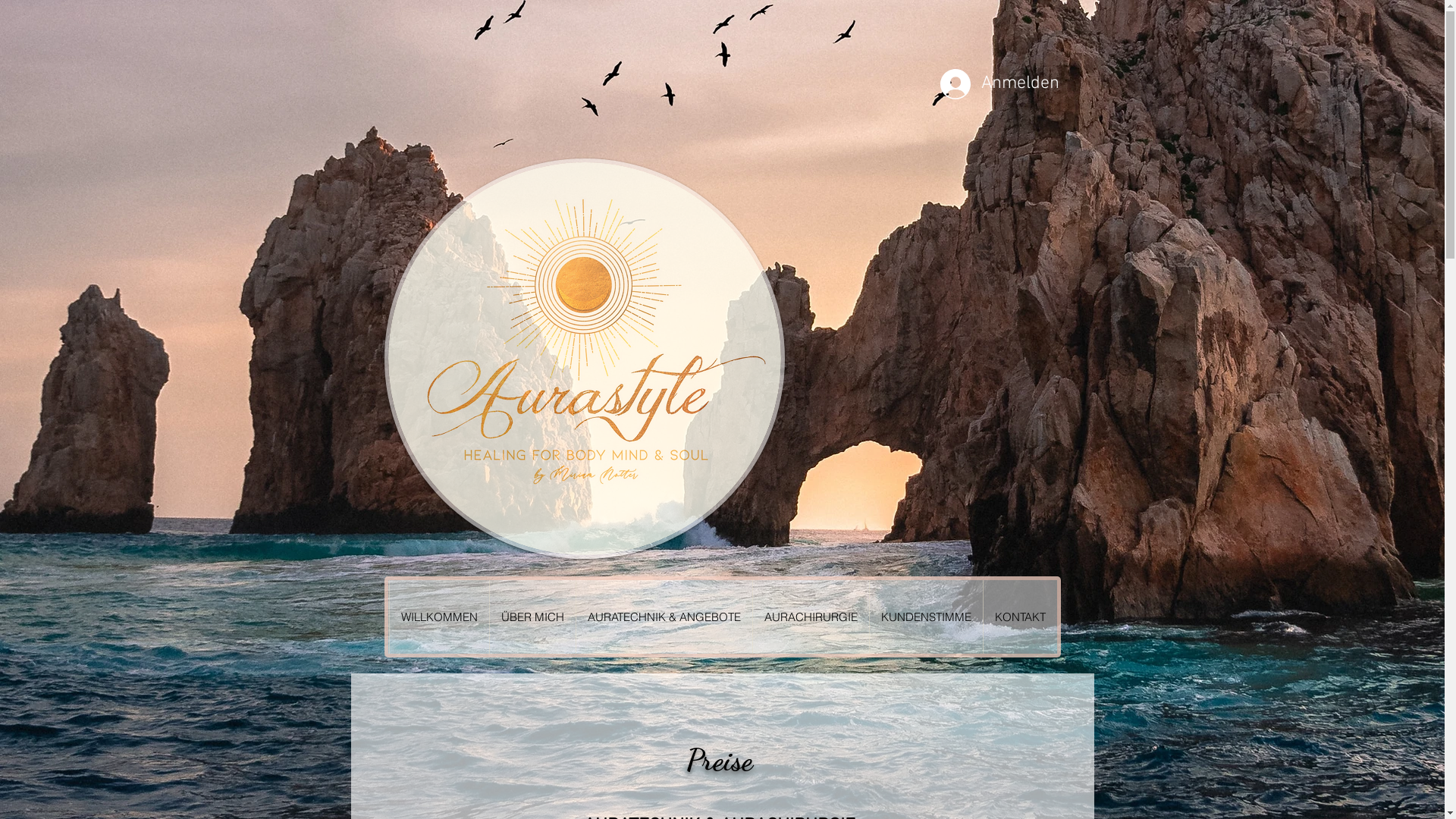 This screenshot has height=819, width=1456. What do you see at coordinates (663, 617) in the screenshot?
I see `'AURATECHNIK & ANGEBOTE'` at bounding box center [663, 617].